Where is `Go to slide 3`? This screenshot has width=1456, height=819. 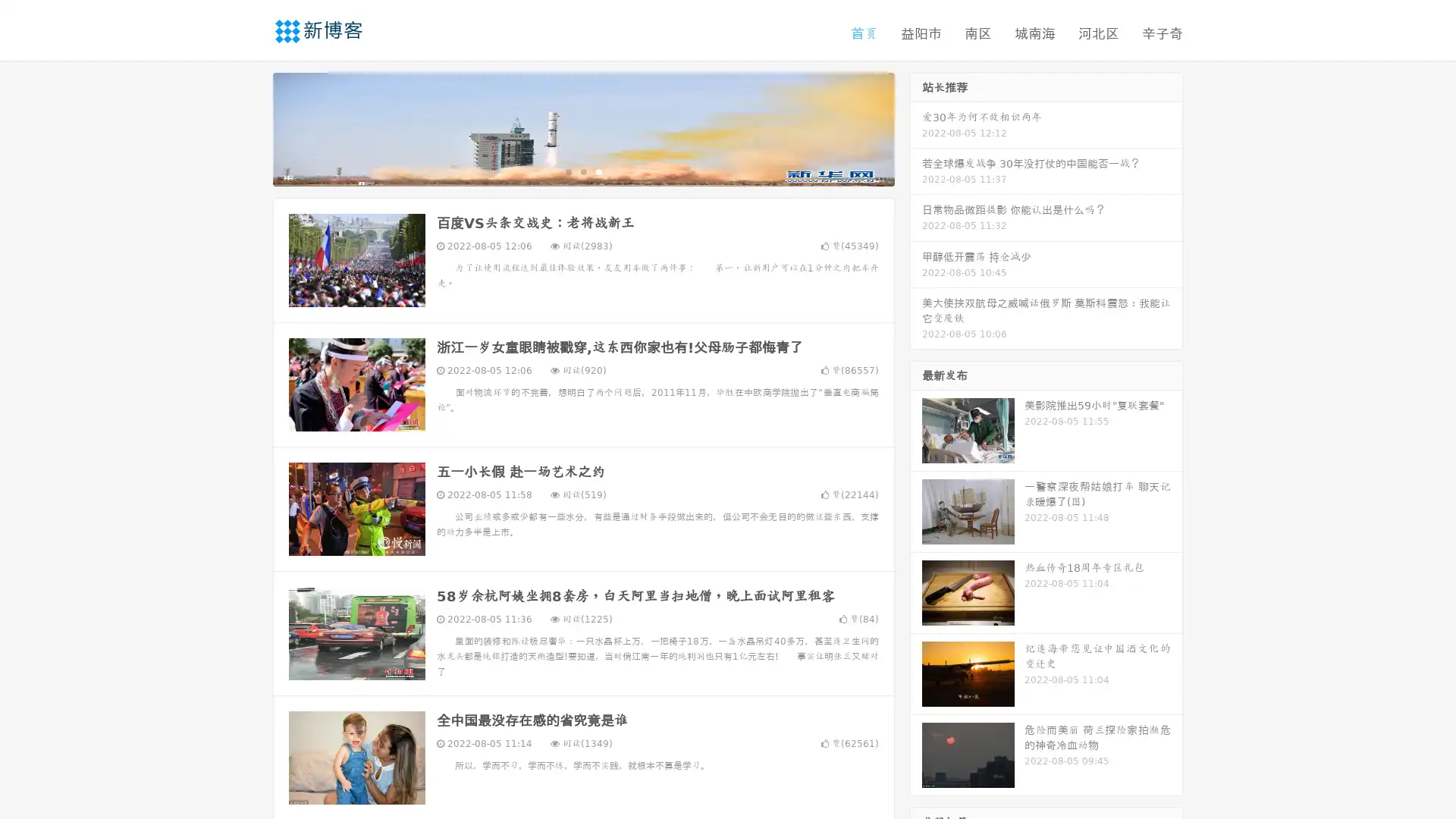 Go to slide 3 is located at coordinates (598, 171).